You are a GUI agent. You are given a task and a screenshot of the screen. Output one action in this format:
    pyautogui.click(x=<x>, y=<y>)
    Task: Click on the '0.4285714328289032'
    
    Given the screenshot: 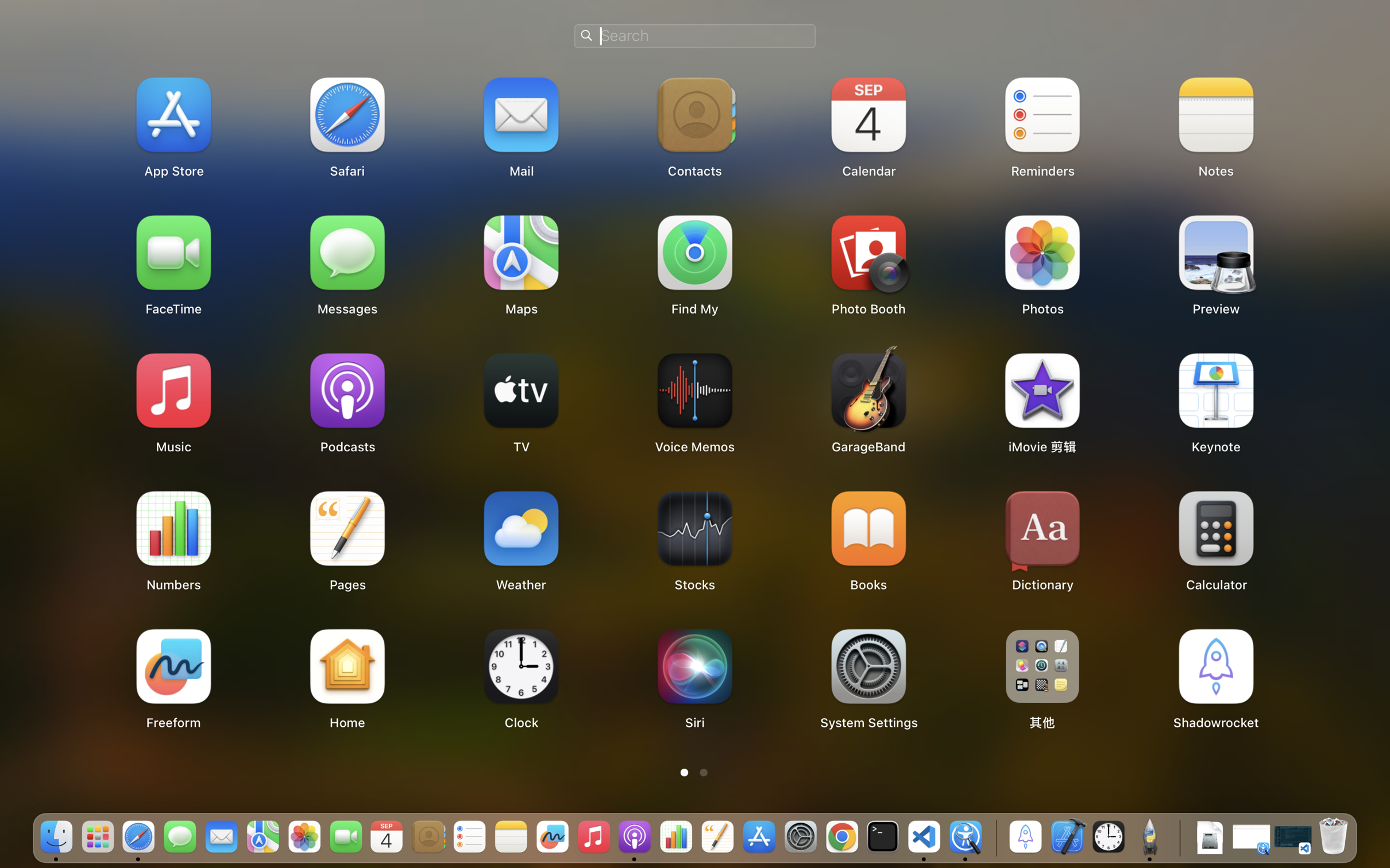 What is the action you would take?
    pyautogui.click(x=994, y=837)
    